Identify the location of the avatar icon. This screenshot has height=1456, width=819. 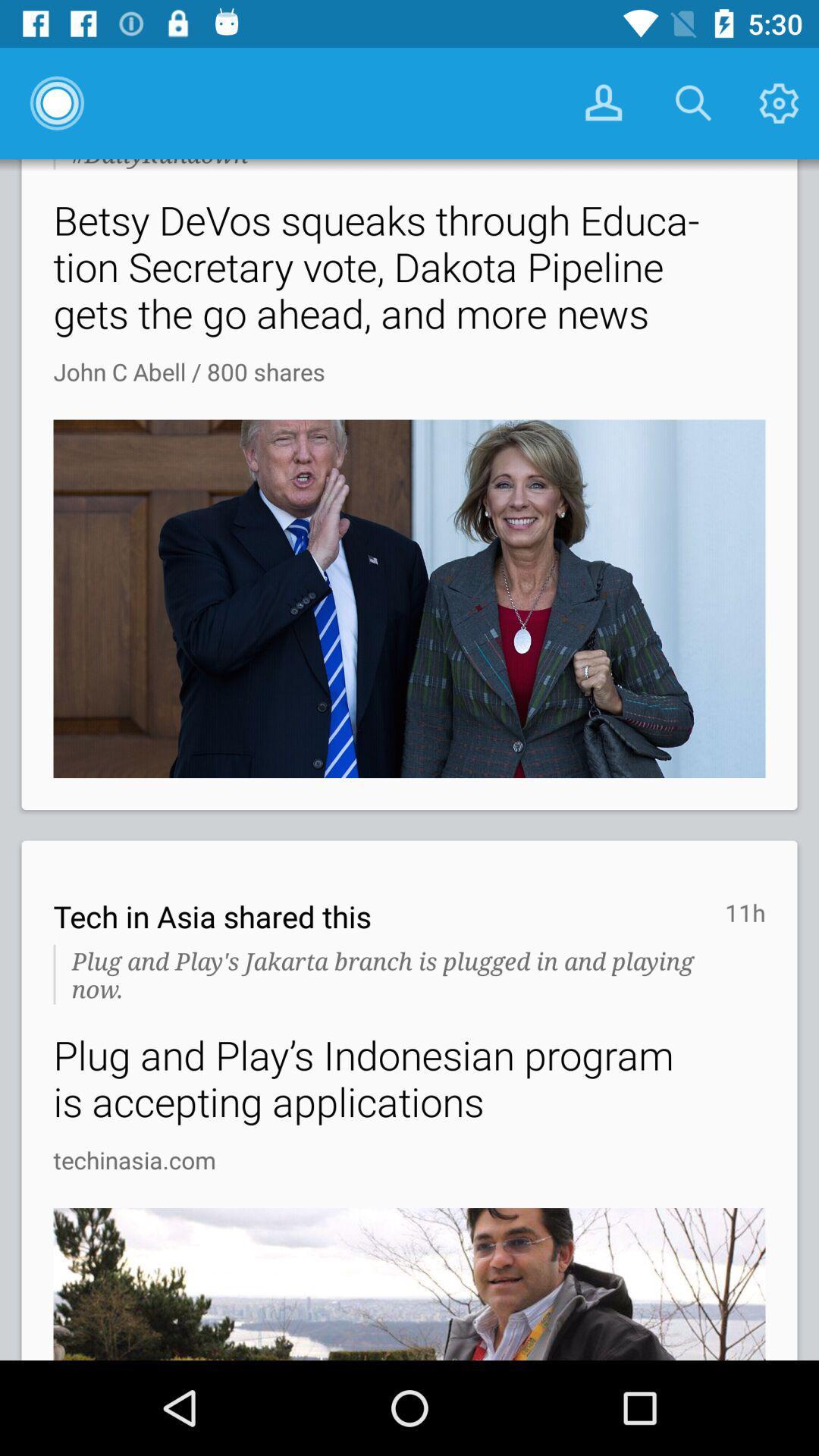
(601, 102).